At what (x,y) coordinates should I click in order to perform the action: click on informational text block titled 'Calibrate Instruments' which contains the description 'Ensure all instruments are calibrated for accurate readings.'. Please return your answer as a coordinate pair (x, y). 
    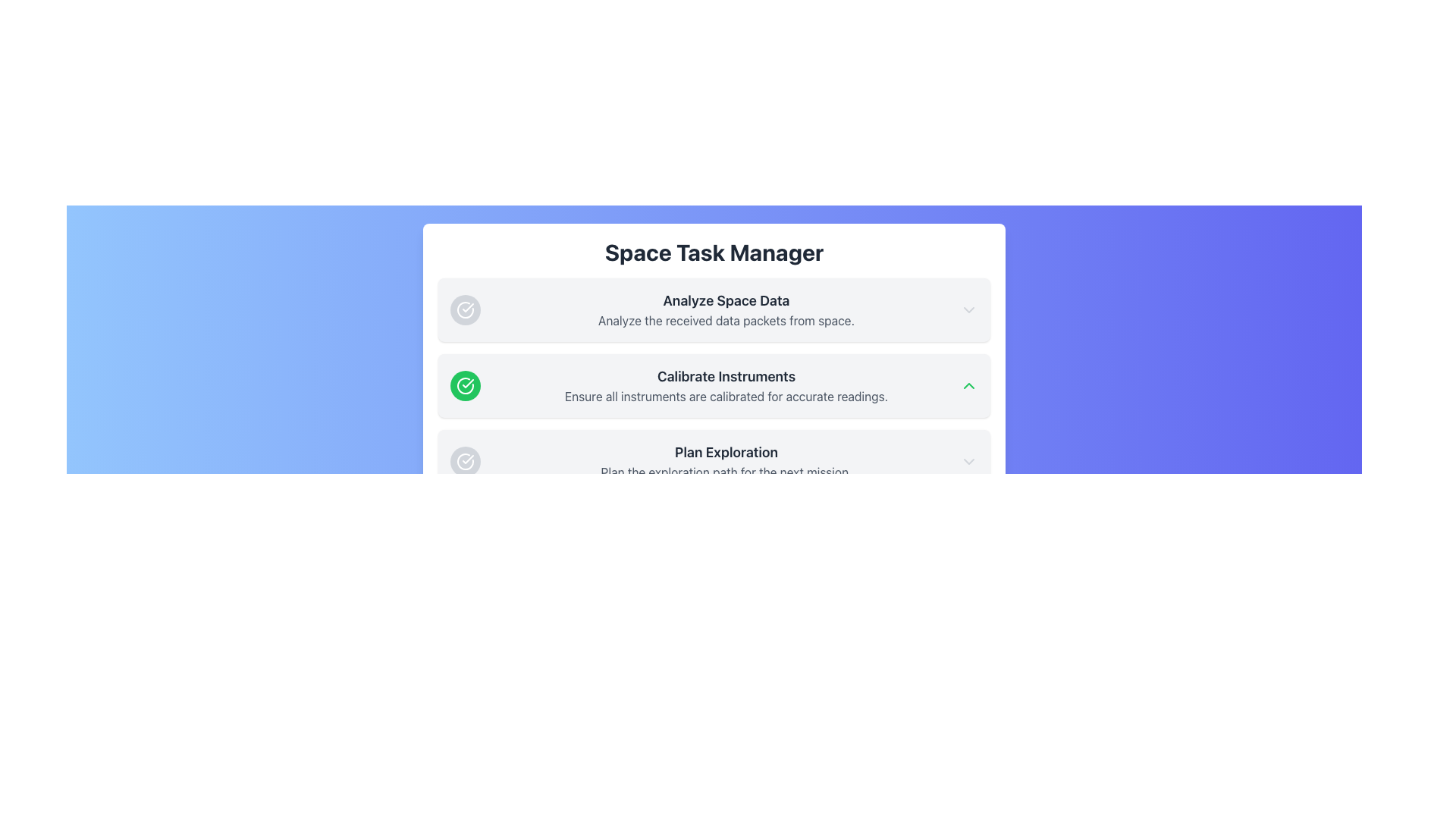
    Looking at the image, I should click on (726, 385).